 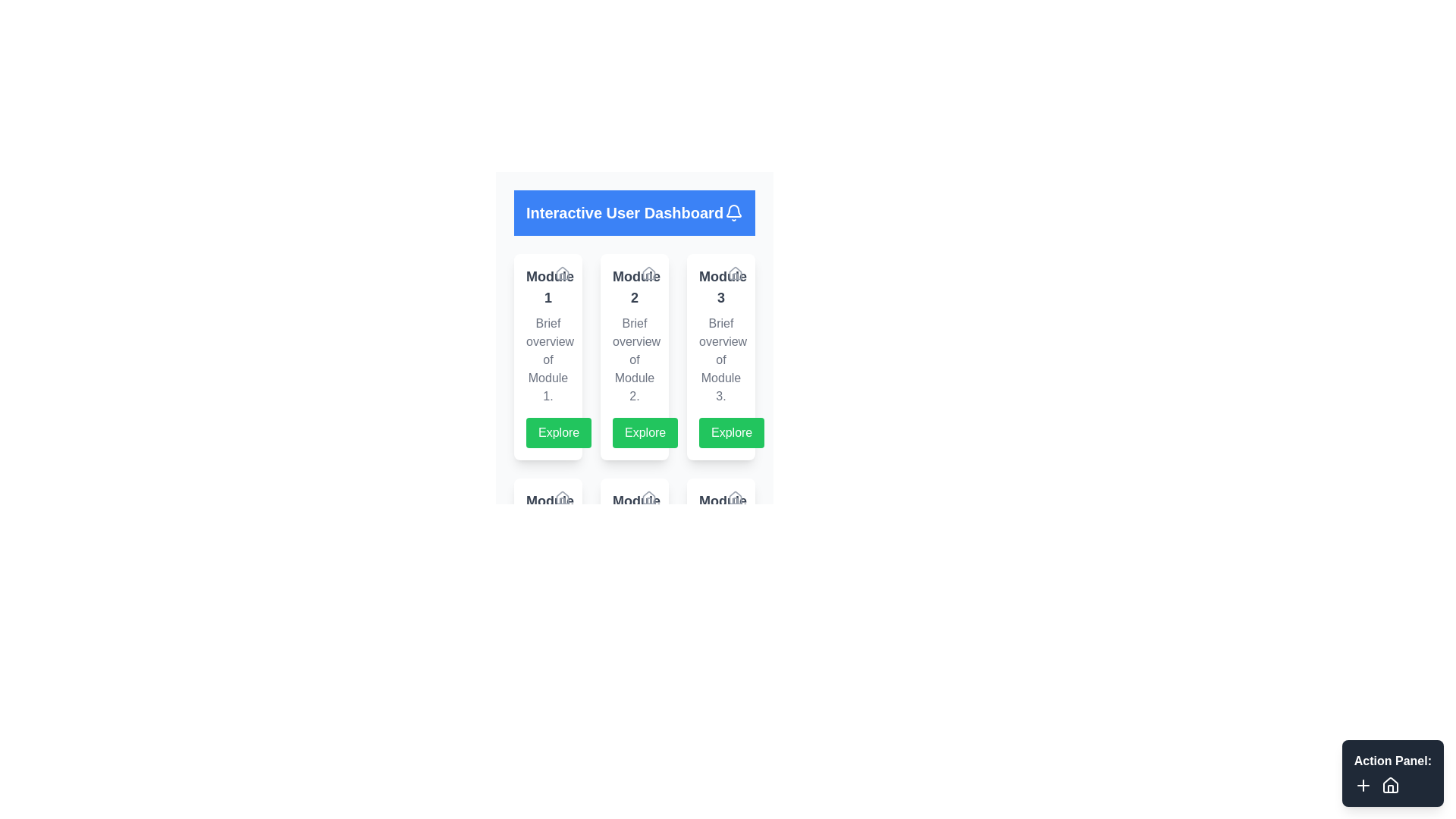 What do you see at coordinates (562, 497) in the screenshot?
I see `the house icon located at the top-right of the card containing the 'Module 4' information, above the text 'Module 4'` at bounding box center [562, 497].